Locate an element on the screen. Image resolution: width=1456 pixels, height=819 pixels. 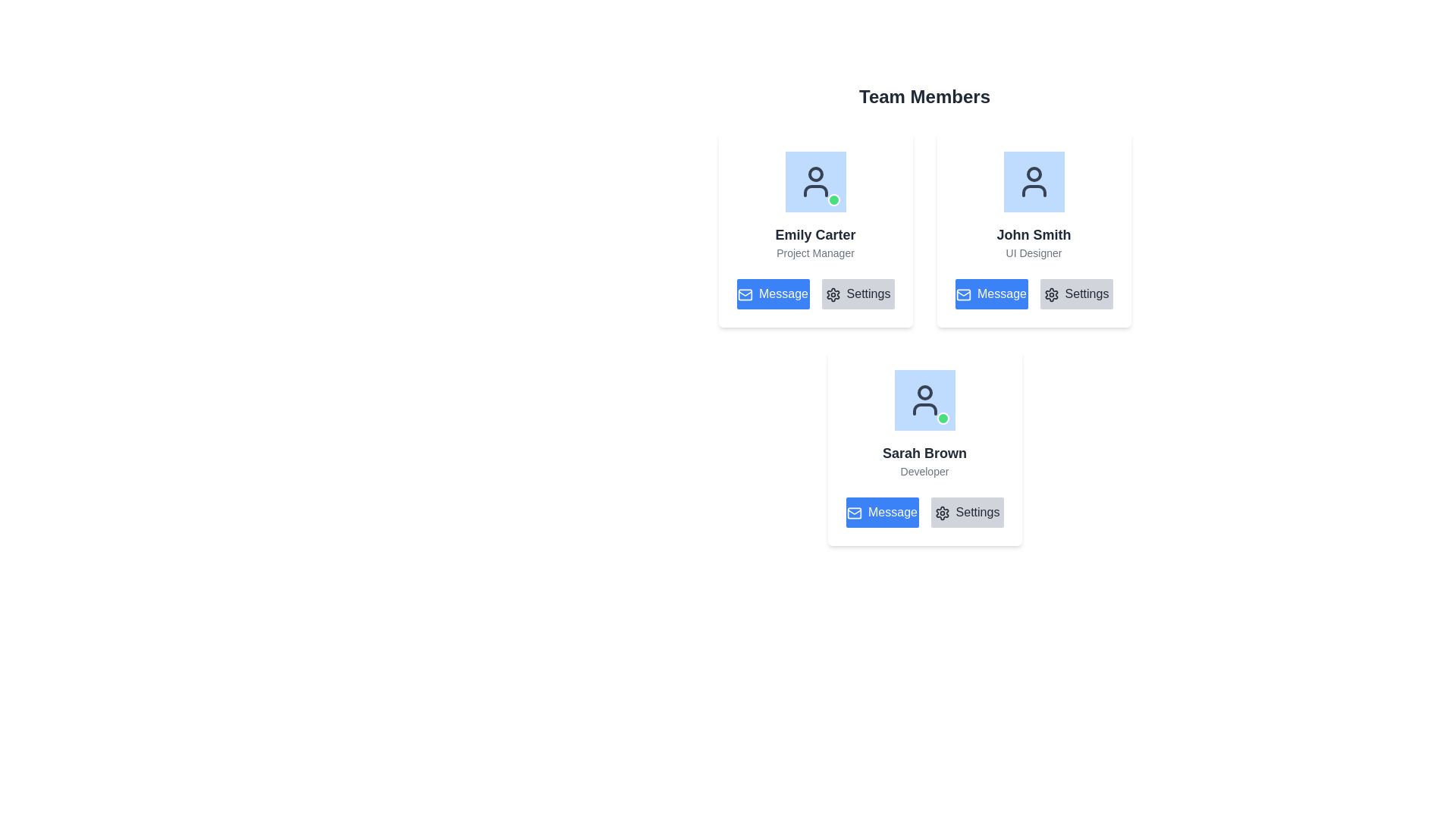
the gear icon within the 'Settings' button, which is visually associated with the profile card of 'Emily Carter' is located at coordinates (832, 294).